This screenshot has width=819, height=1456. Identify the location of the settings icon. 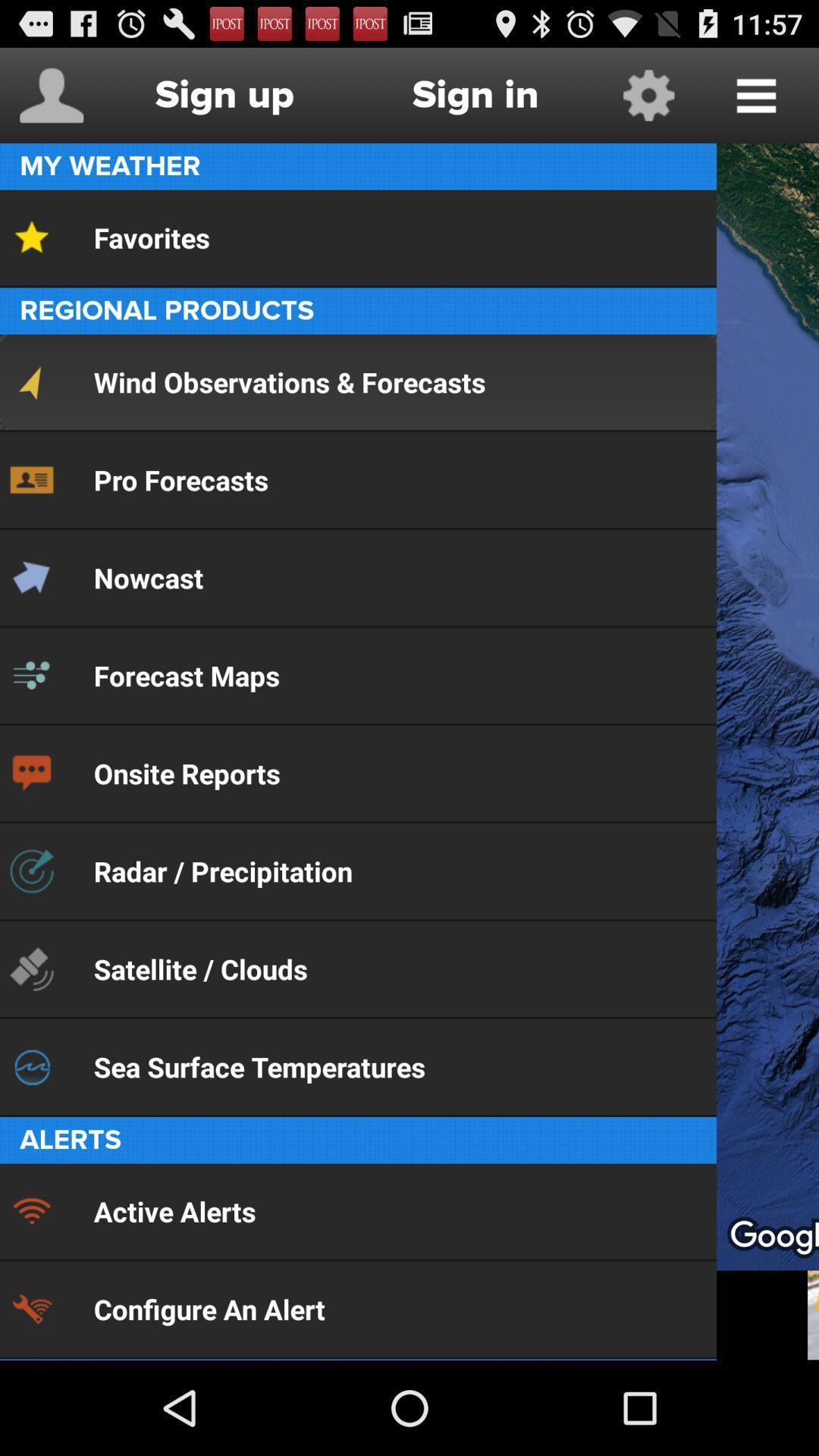
(648, 101).